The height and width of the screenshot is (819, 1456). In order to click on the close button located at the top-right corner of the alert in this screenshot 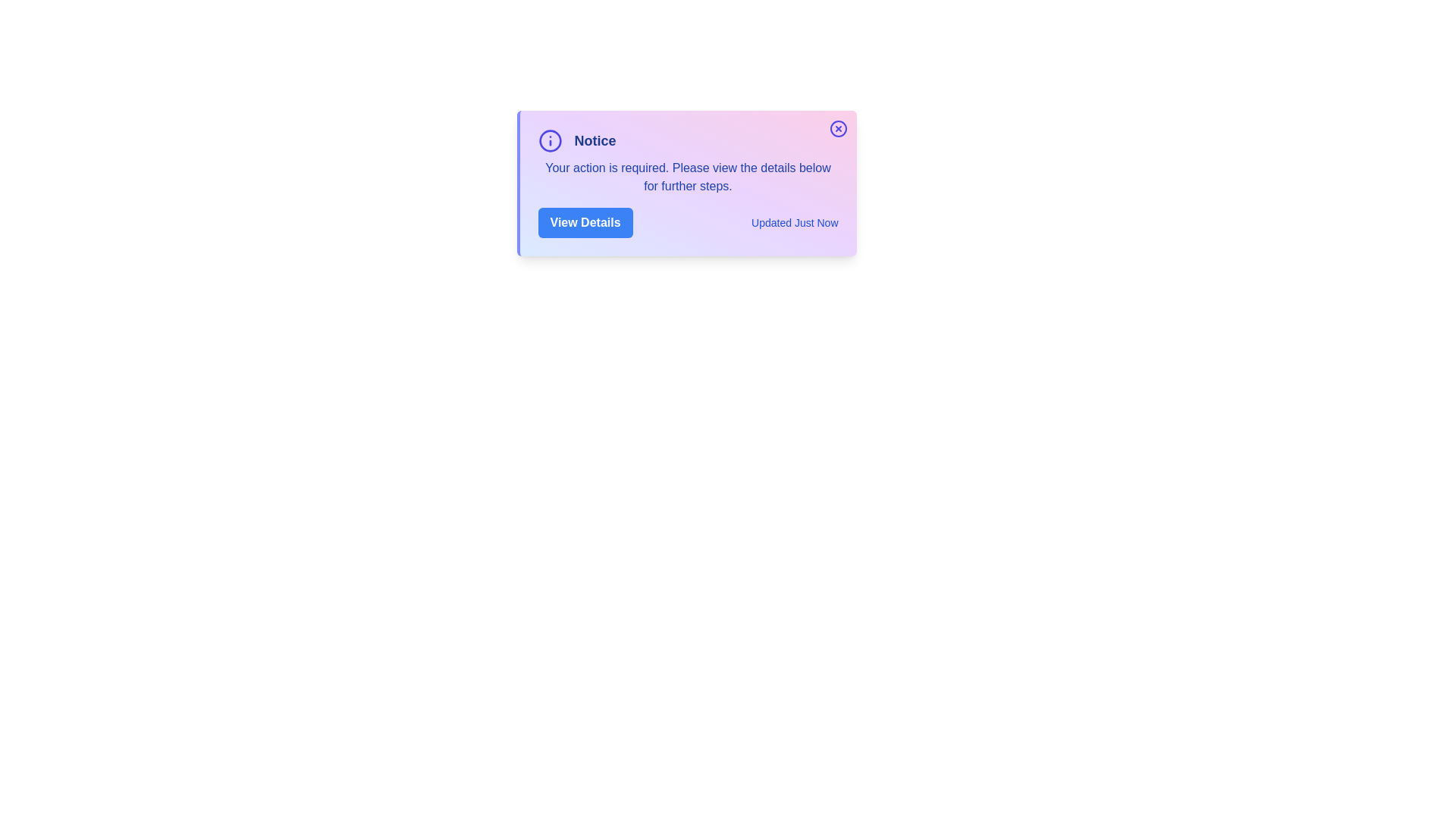, I will do `click(837, 127)`.